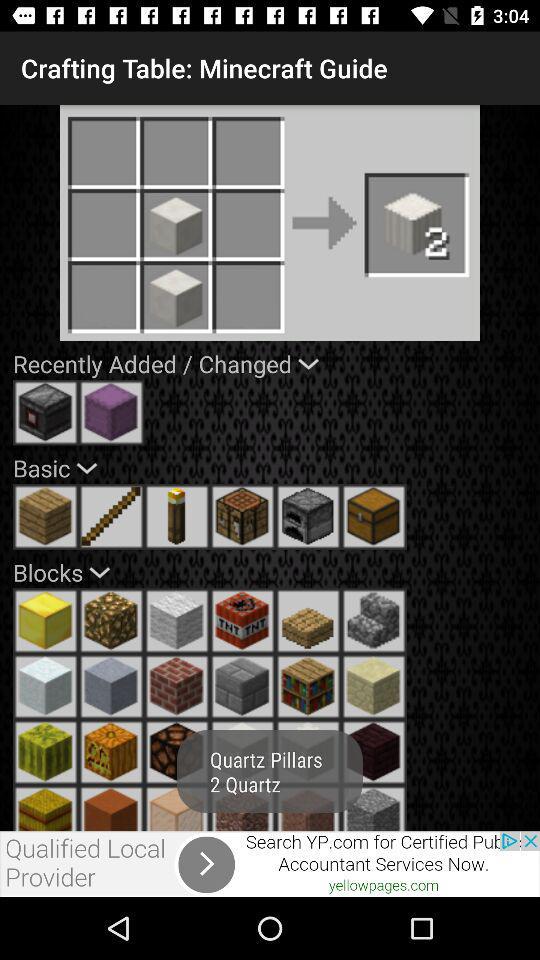  What do you see at coordinates (374, 751) in the screenshot?
I see `the symbol` at bounding box center [374, 751].